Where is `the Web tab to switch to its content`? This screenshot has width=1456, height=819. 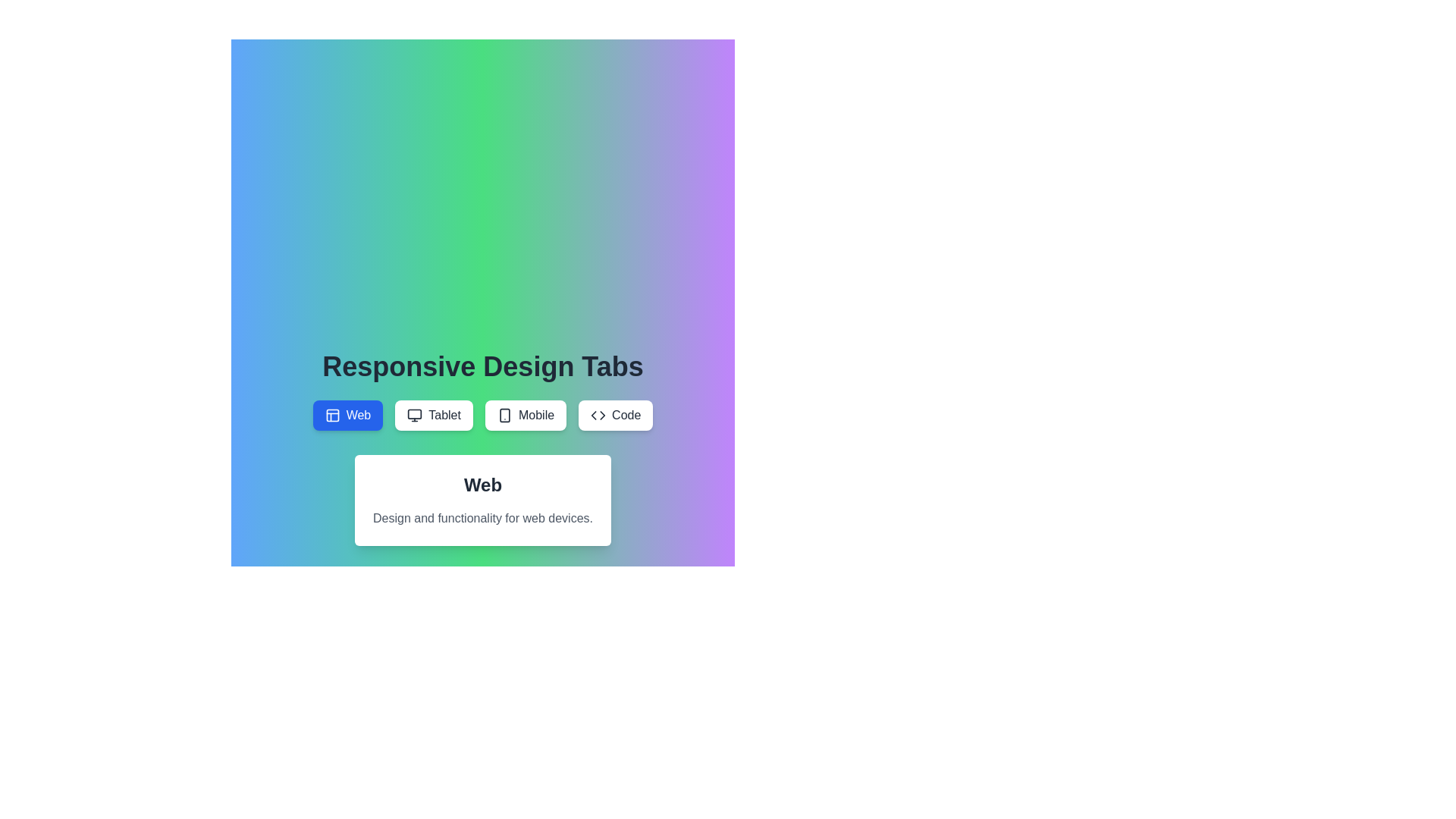
the Web tab to switch to its content is located at coordinates (347, 415).